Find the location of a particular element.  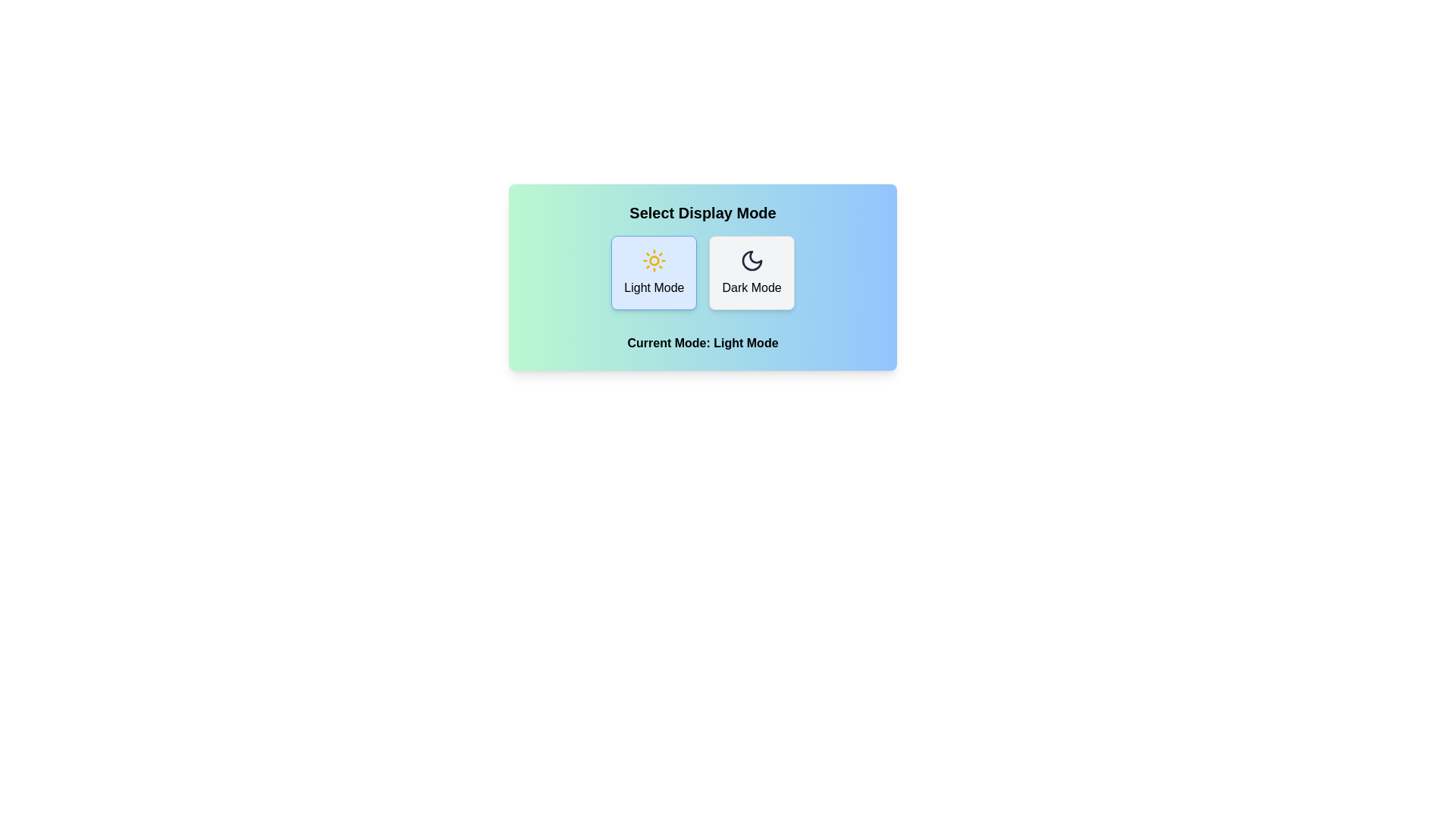

the button corresponding to the desired theme mode: Light Mode is located at coordinates (654, 271).